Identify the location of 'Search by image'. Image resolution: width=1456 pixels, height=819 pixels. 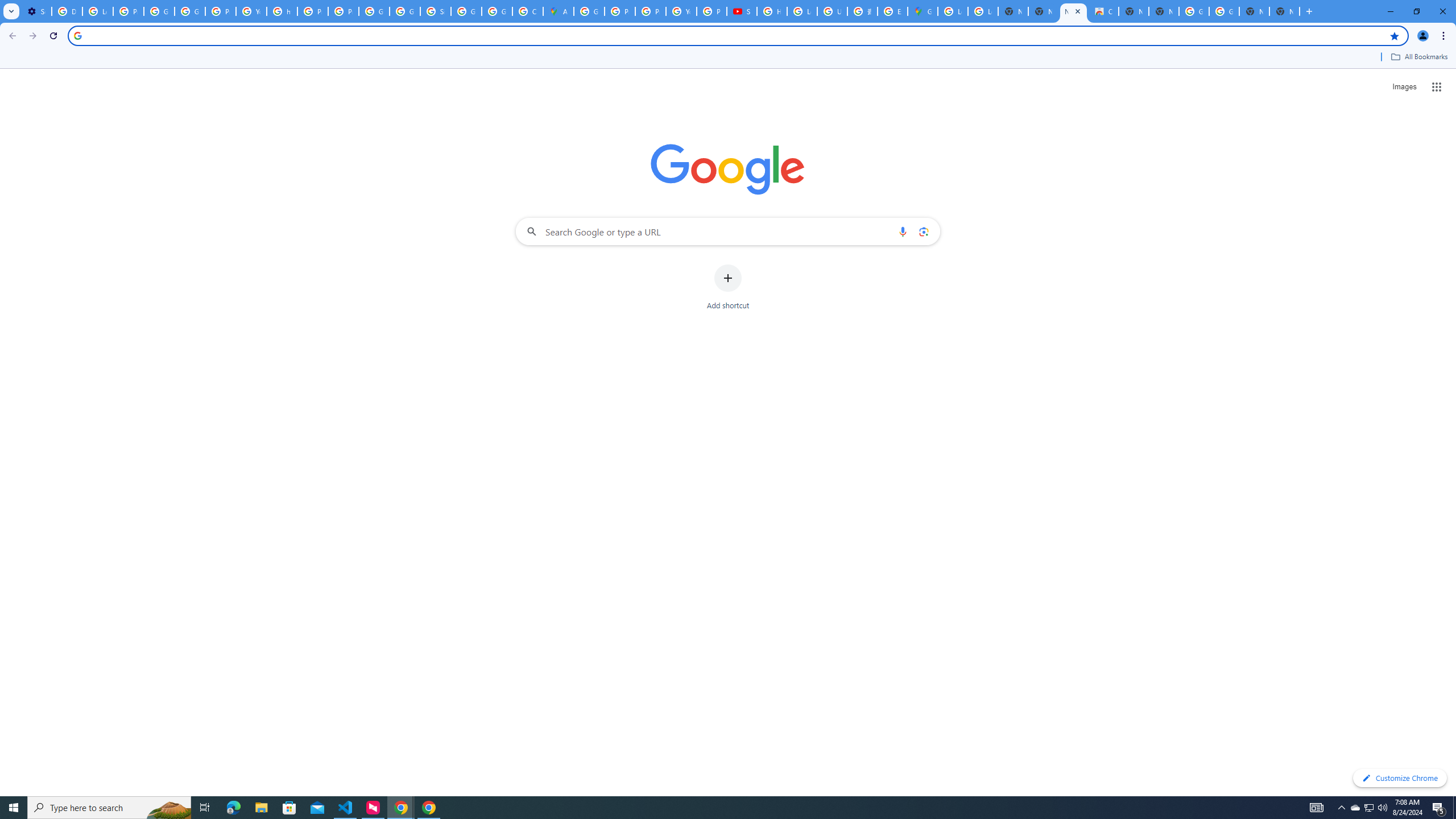
(923, 230).